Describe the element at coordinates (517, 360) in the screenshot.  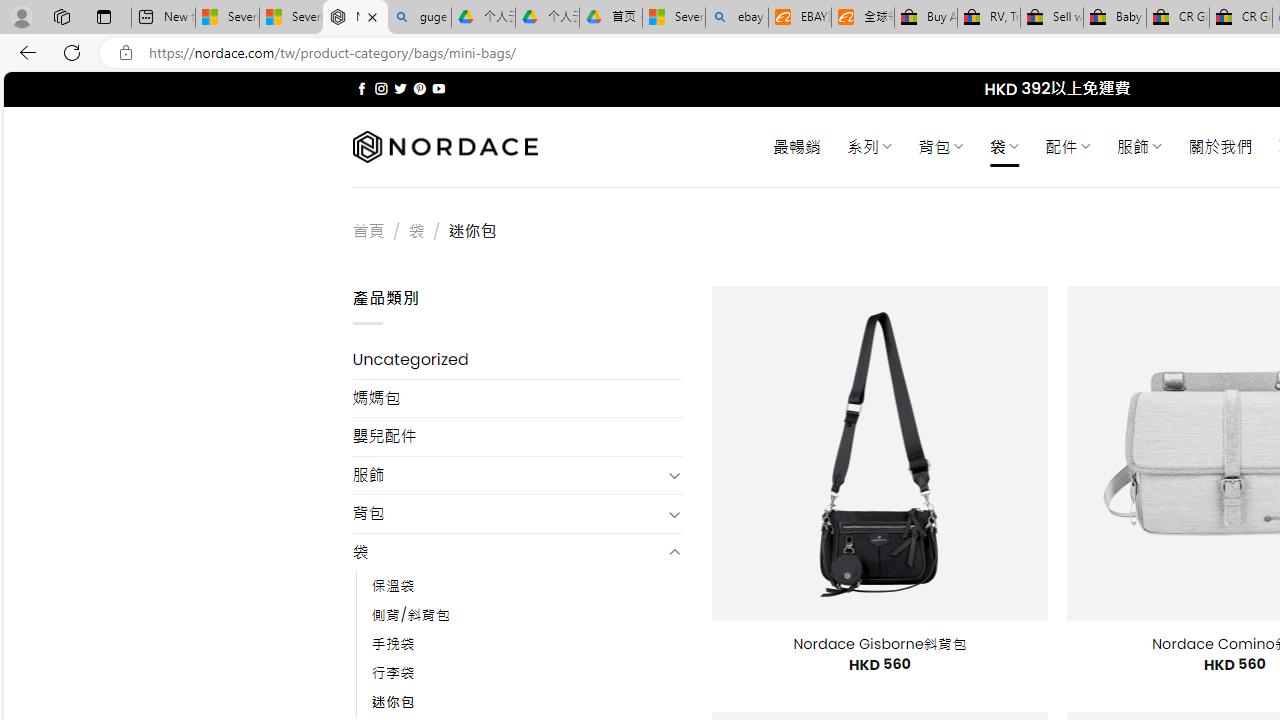
I see `'Uncategorized'` at that location.